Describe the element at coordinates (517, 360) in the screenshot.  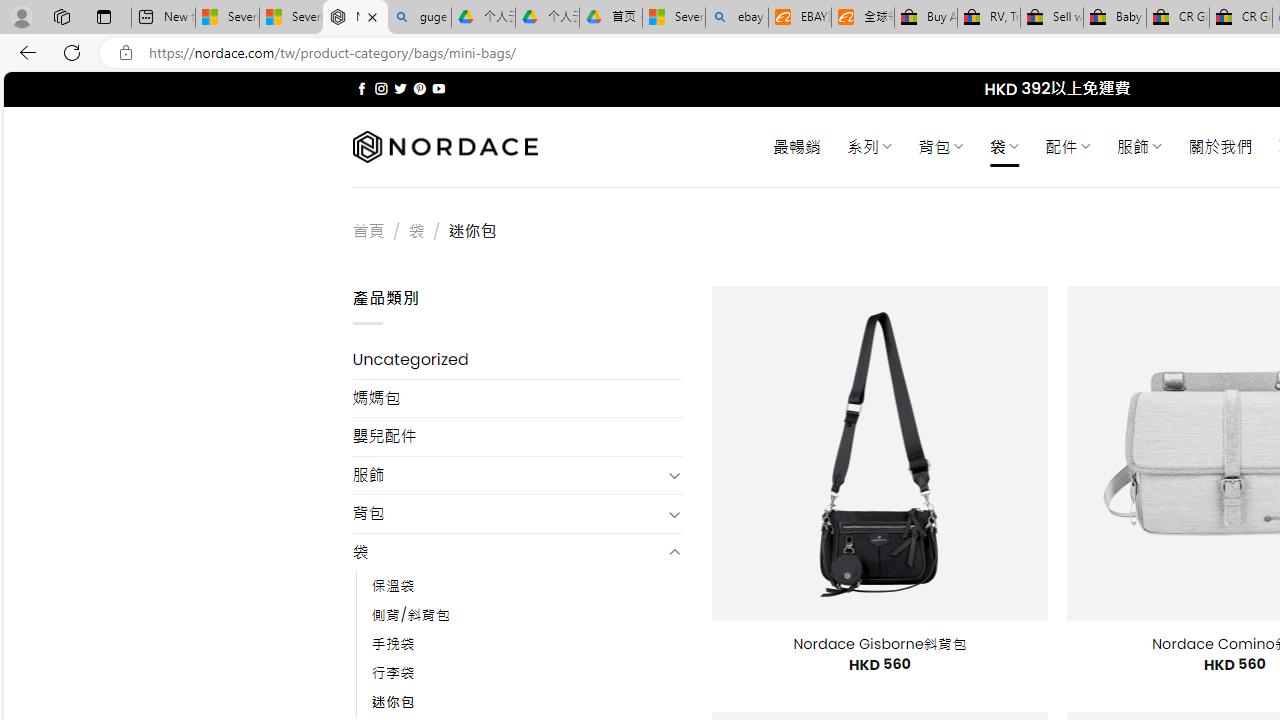
I see `'Uncategorized'` at that location.